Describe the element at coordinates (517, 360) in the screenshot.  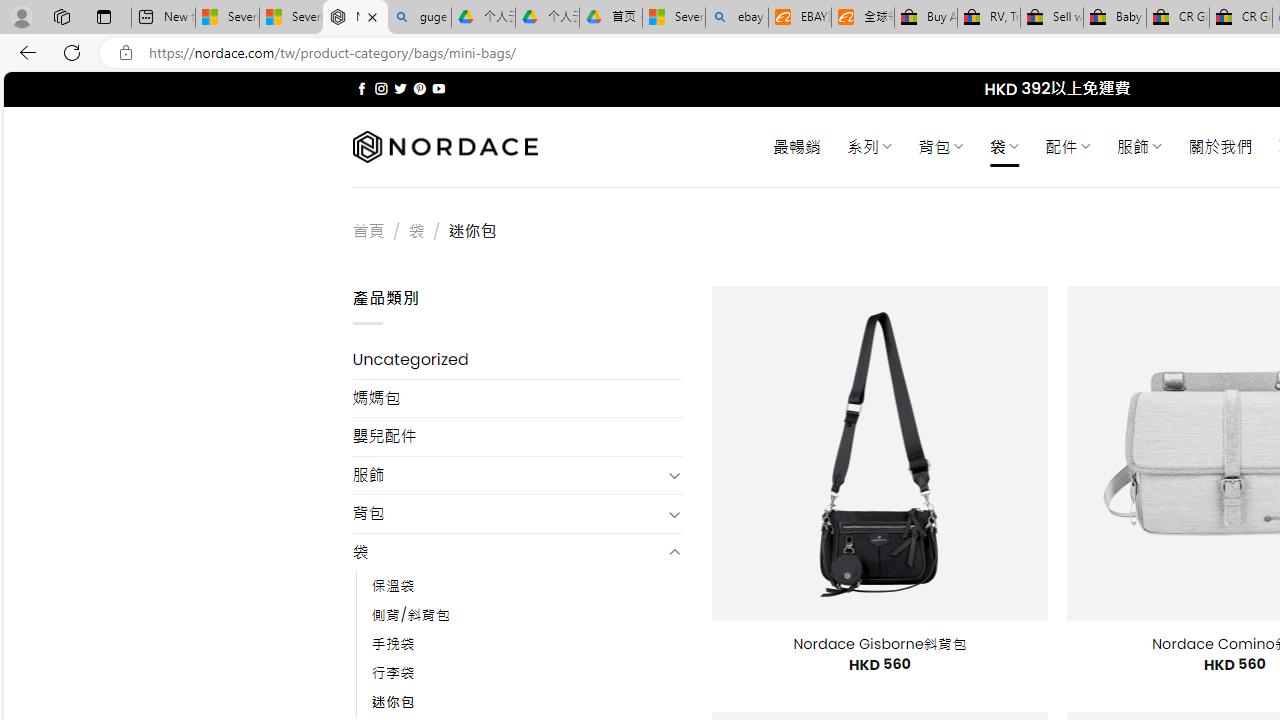
I see `'Uncategorized'` at that location.